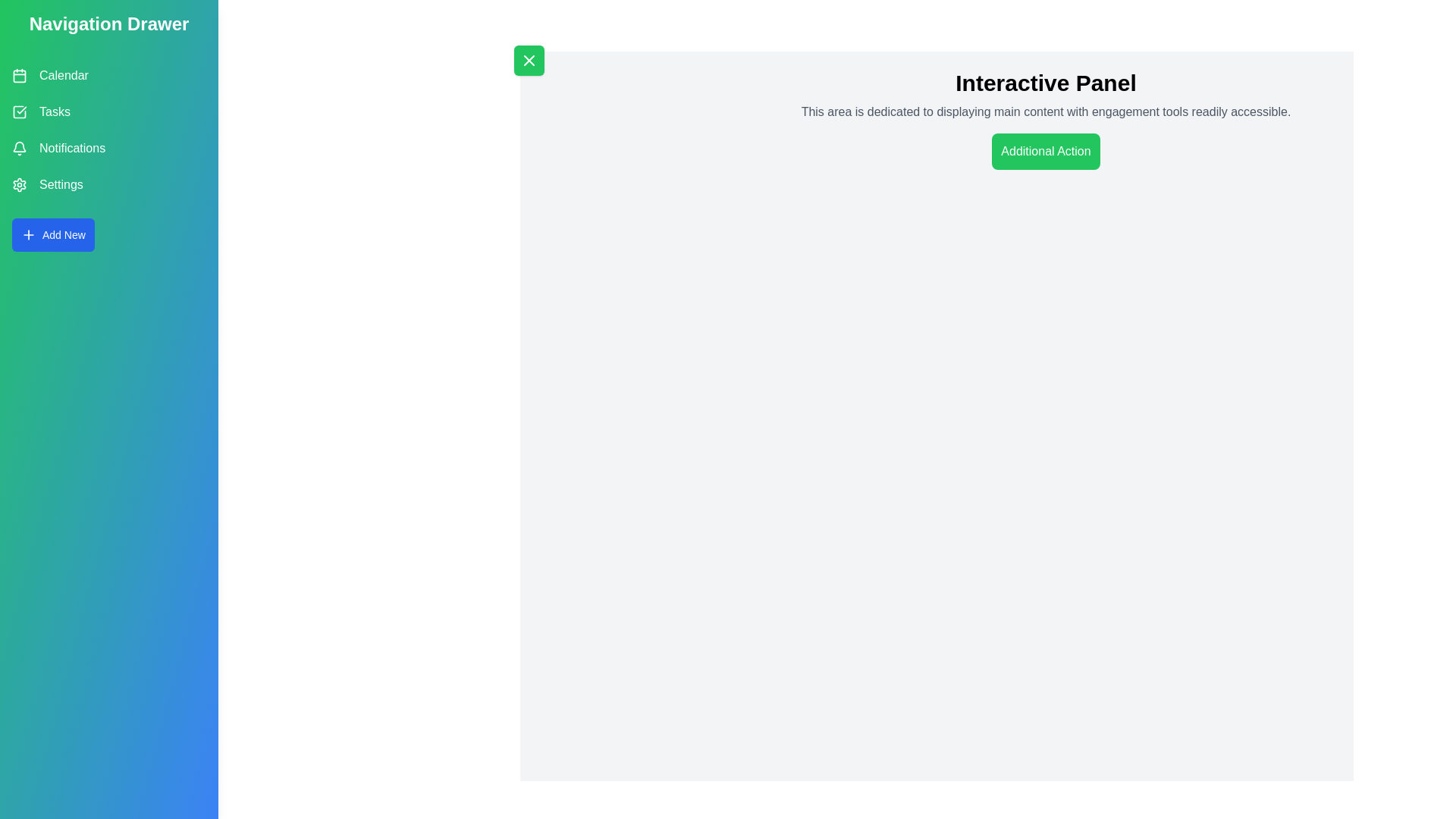 This screenshot has width=1456, height=819. What do you see at coordinates (529, 60) in the screenshot?
I see `the Close Icon located in the top-right corner of the interface, which is inside a green circular button` at bounding box center [529, 60].